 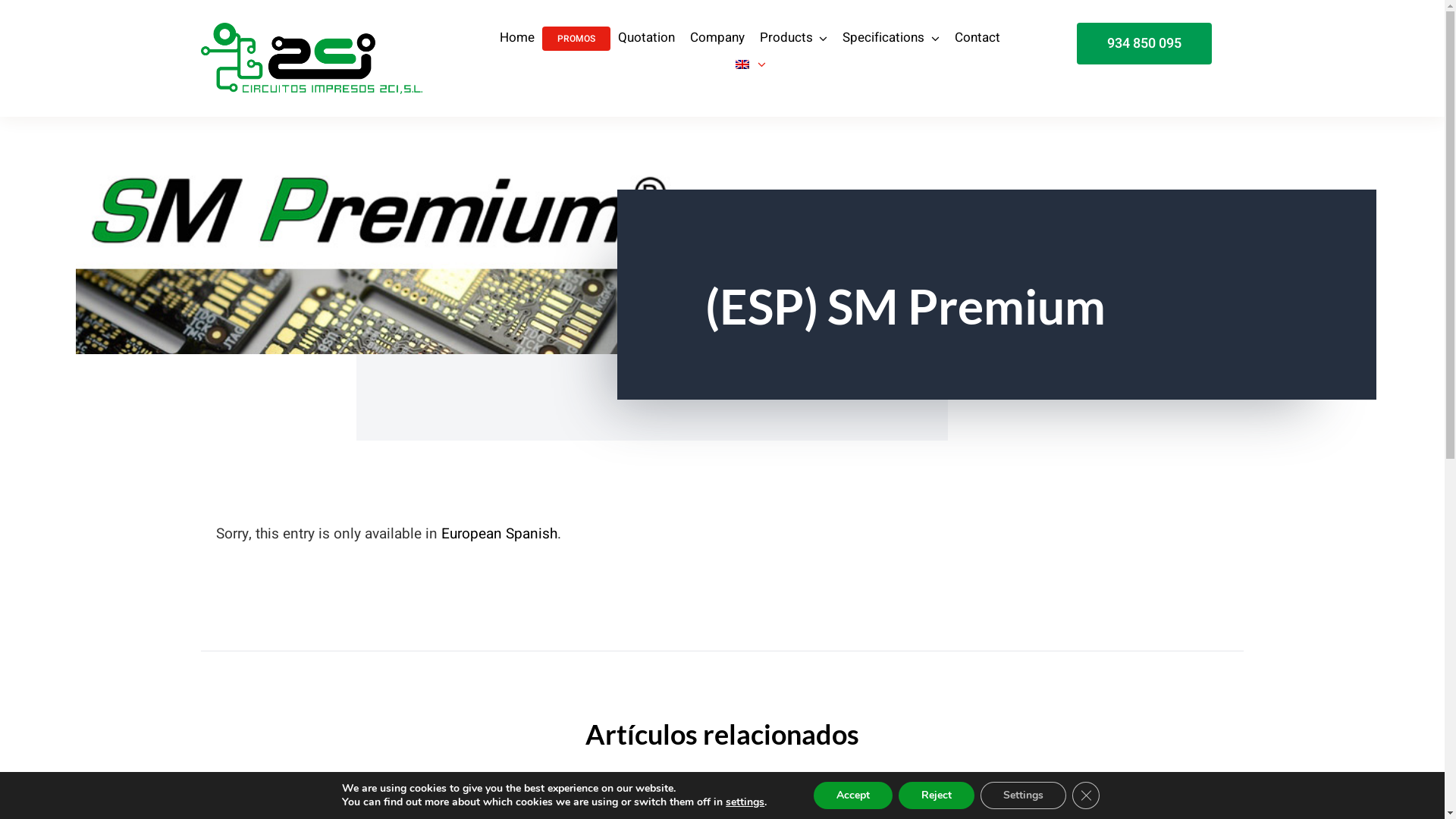 What do you see at coordinates (1144, 42) in the screenshot?
I see `'934 850 095'` at bounding box center [1144, 42].